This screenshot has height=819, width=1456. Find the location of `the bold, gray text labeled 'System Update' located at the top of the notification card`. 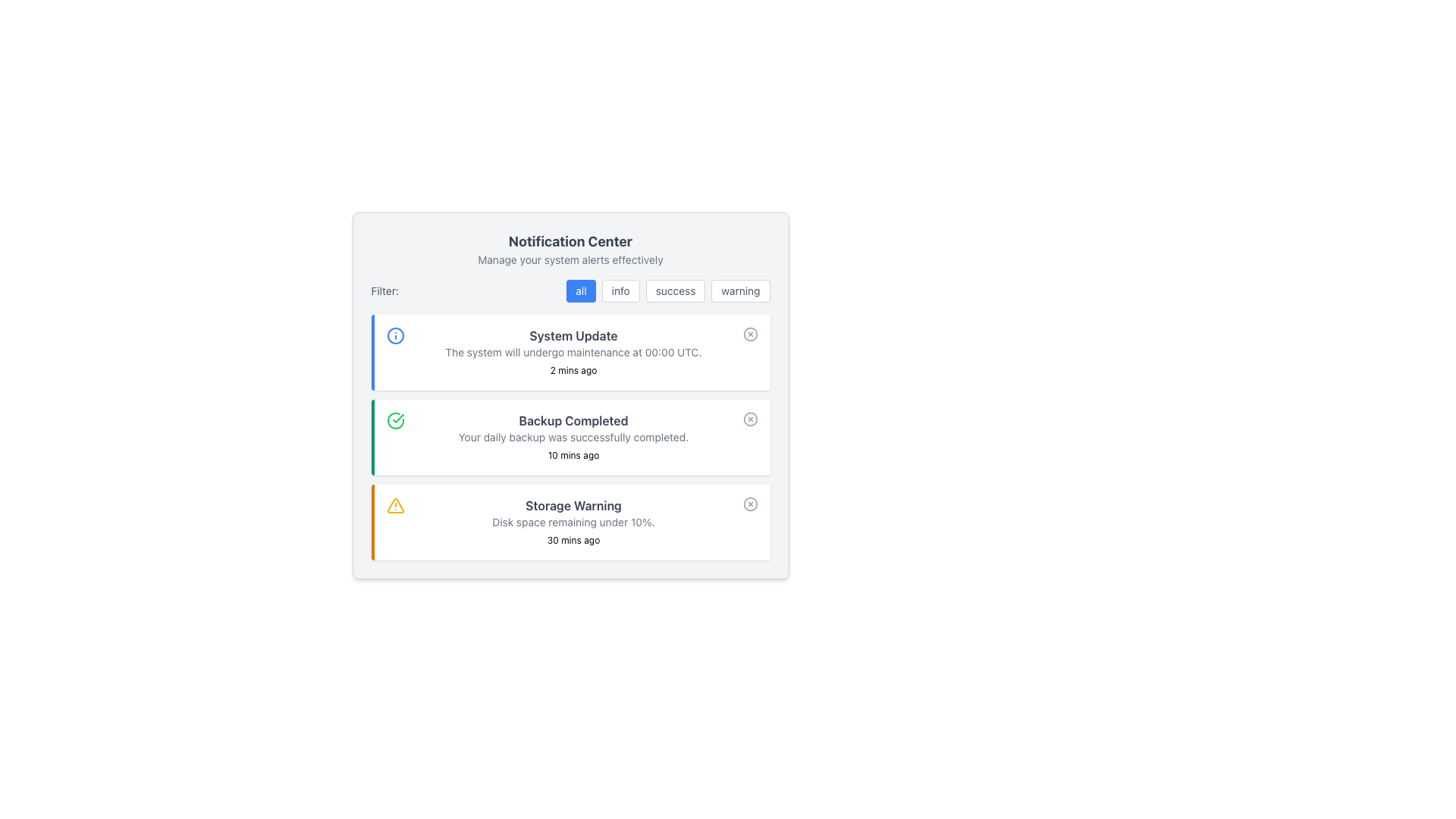

the bold, gray text labeled 'System Update' located at the top of the notification card is located at coordinates (573, 335).